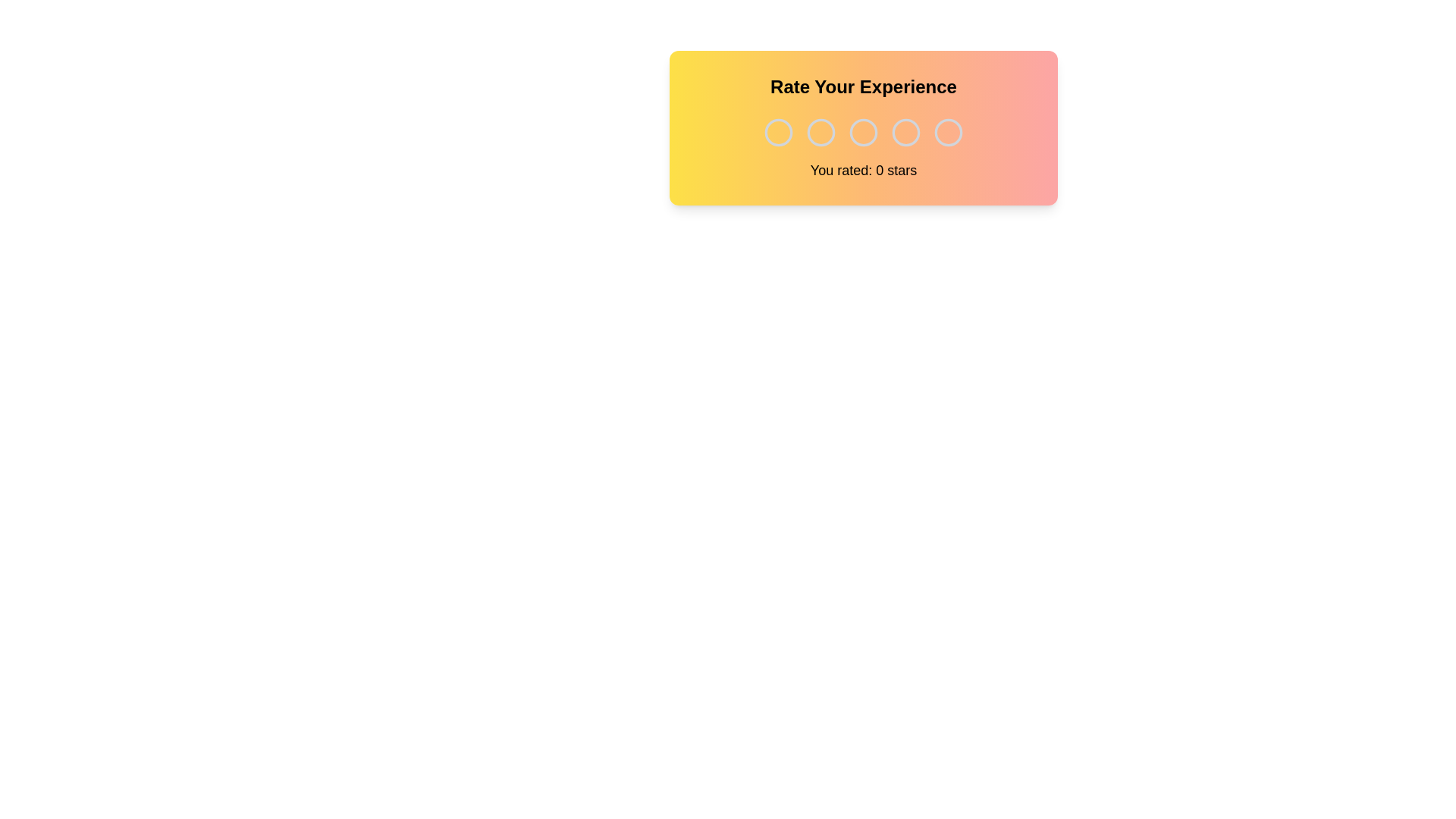  Describe the element at coordinates (821, 131) in the screenshot. I see `the rating to 2 stars by clicking on the corresponding star` at that location.